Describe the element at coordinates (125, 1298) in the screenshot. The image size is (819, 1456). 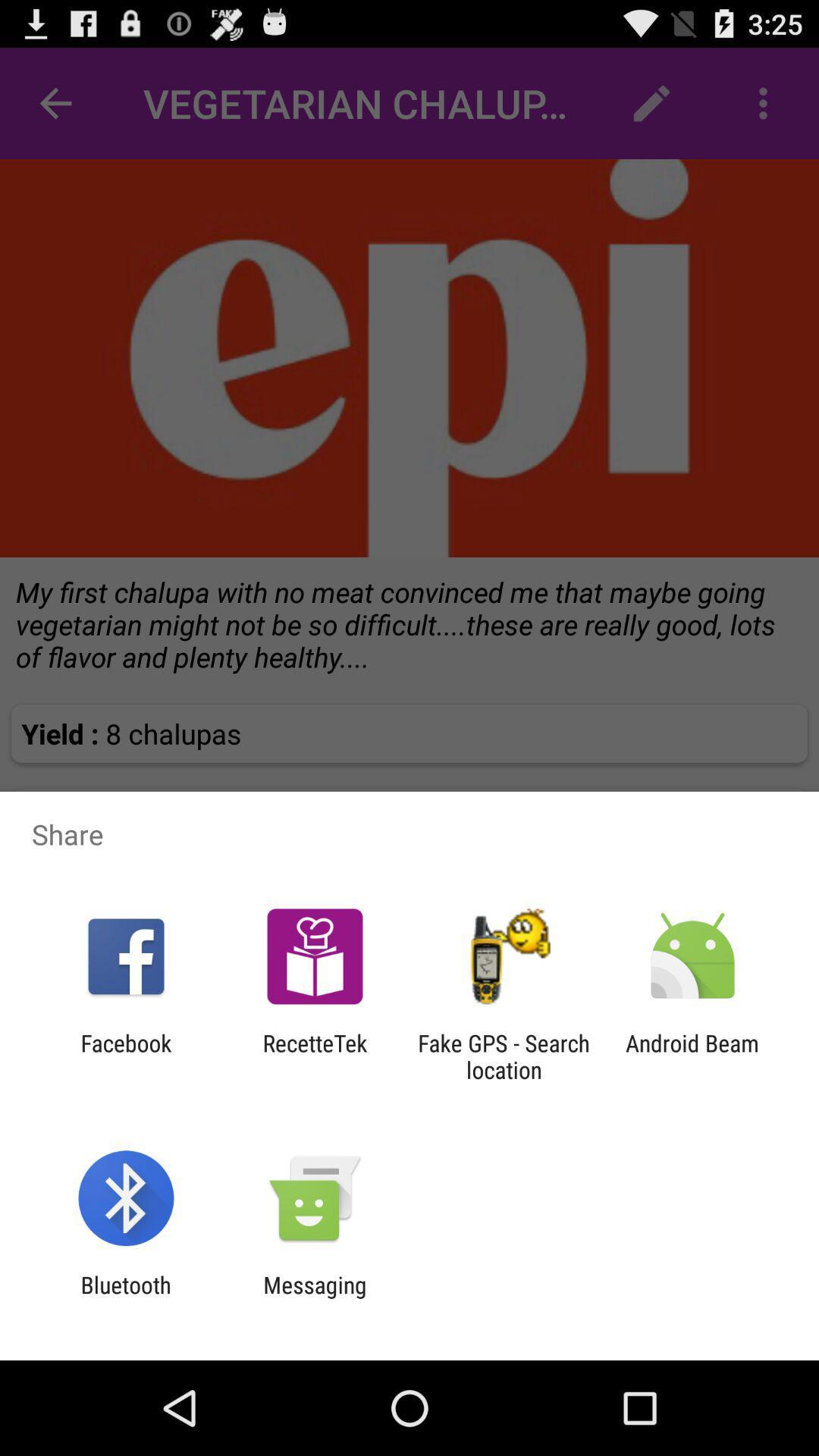
I see `the bluetooth` at that location.